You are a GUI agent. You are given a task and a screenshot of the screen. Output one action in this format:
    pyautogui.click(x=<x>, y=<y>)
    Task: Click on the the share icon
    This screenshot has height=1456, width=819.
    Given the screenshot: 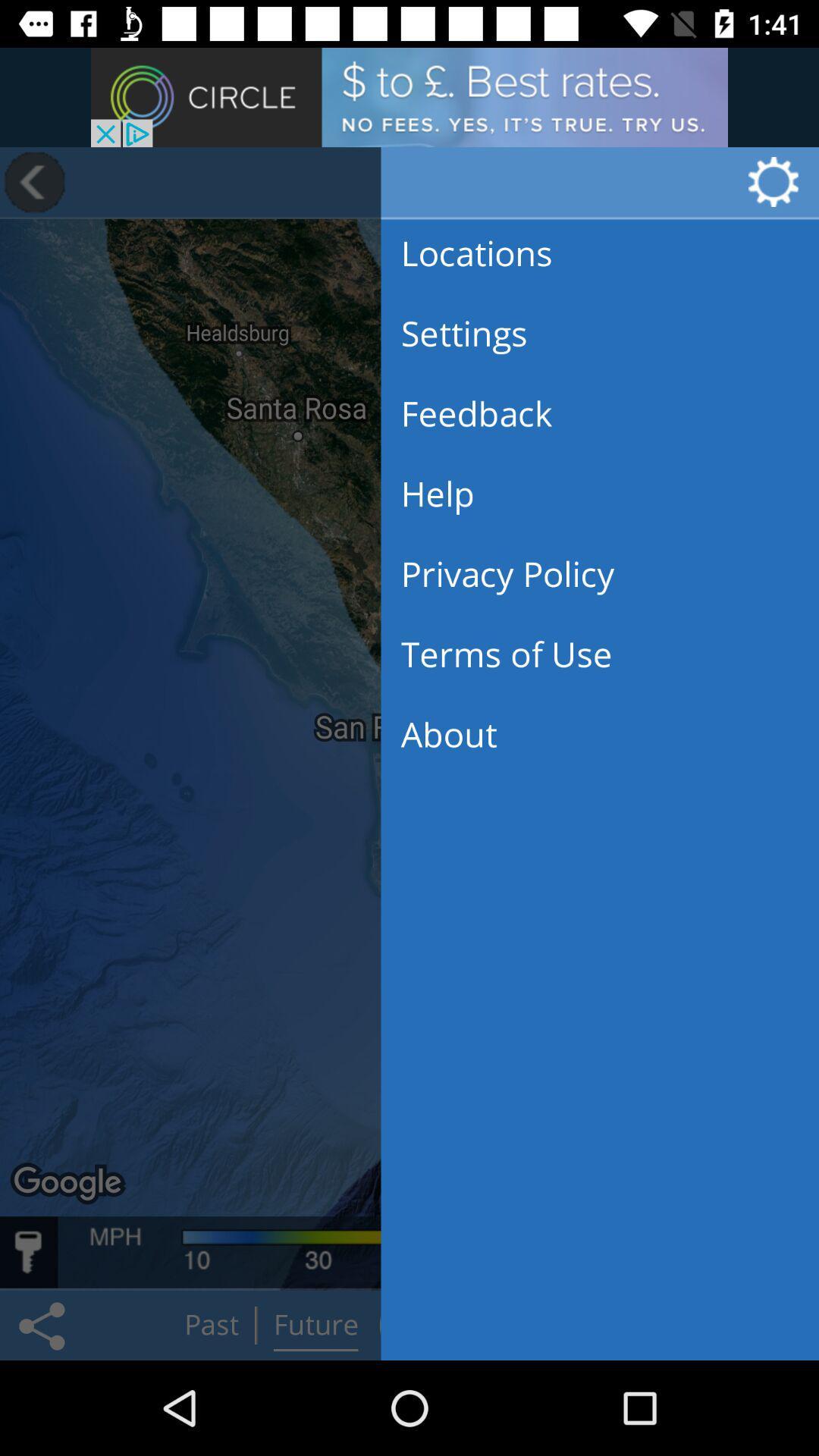 What is the action you would take?
    pyautogui.click(x=44, y=1324)
    